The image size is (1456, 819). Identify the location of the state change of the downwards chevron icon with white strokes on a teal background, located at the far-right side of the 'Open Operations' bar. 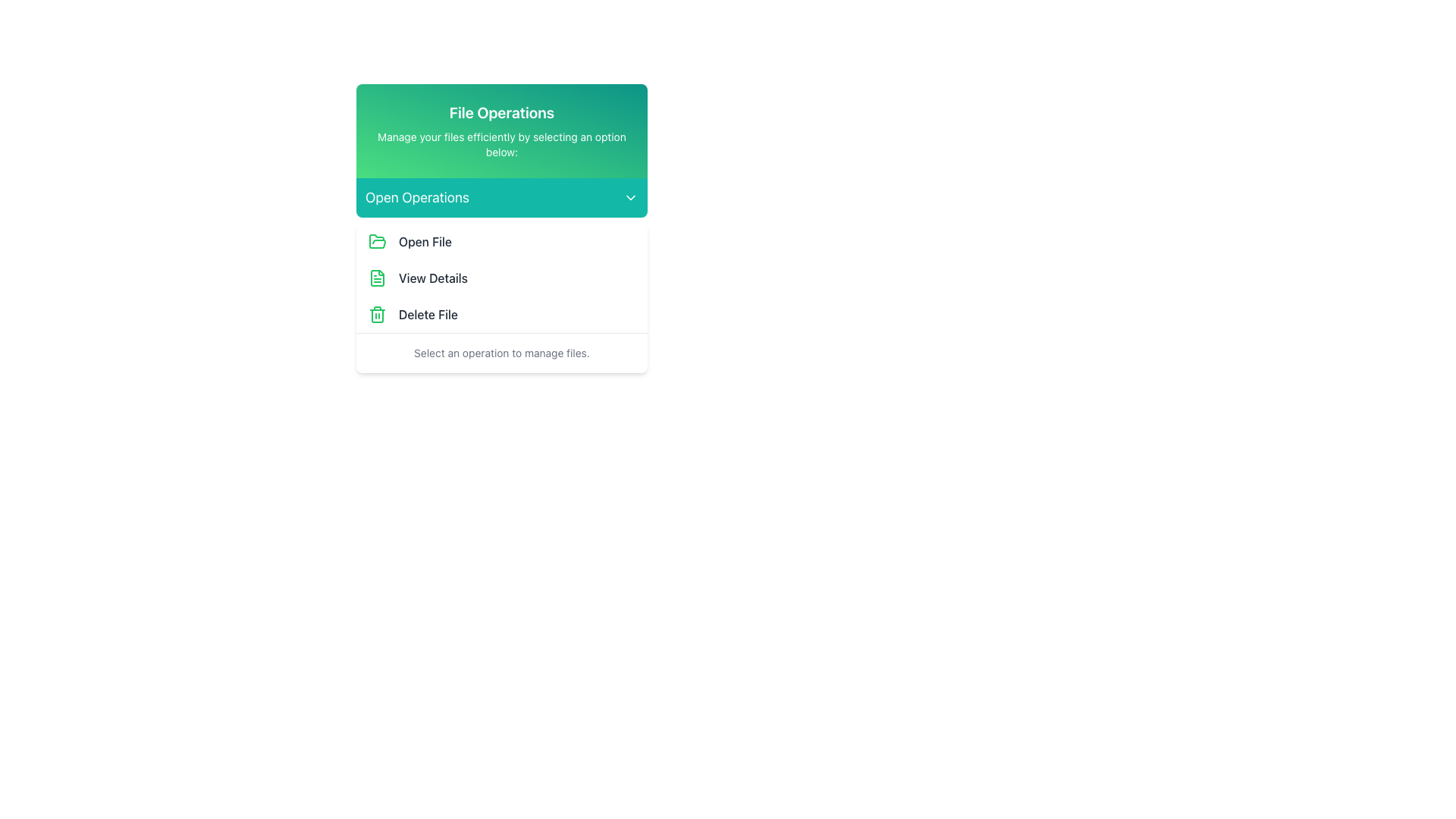
(630, 197).